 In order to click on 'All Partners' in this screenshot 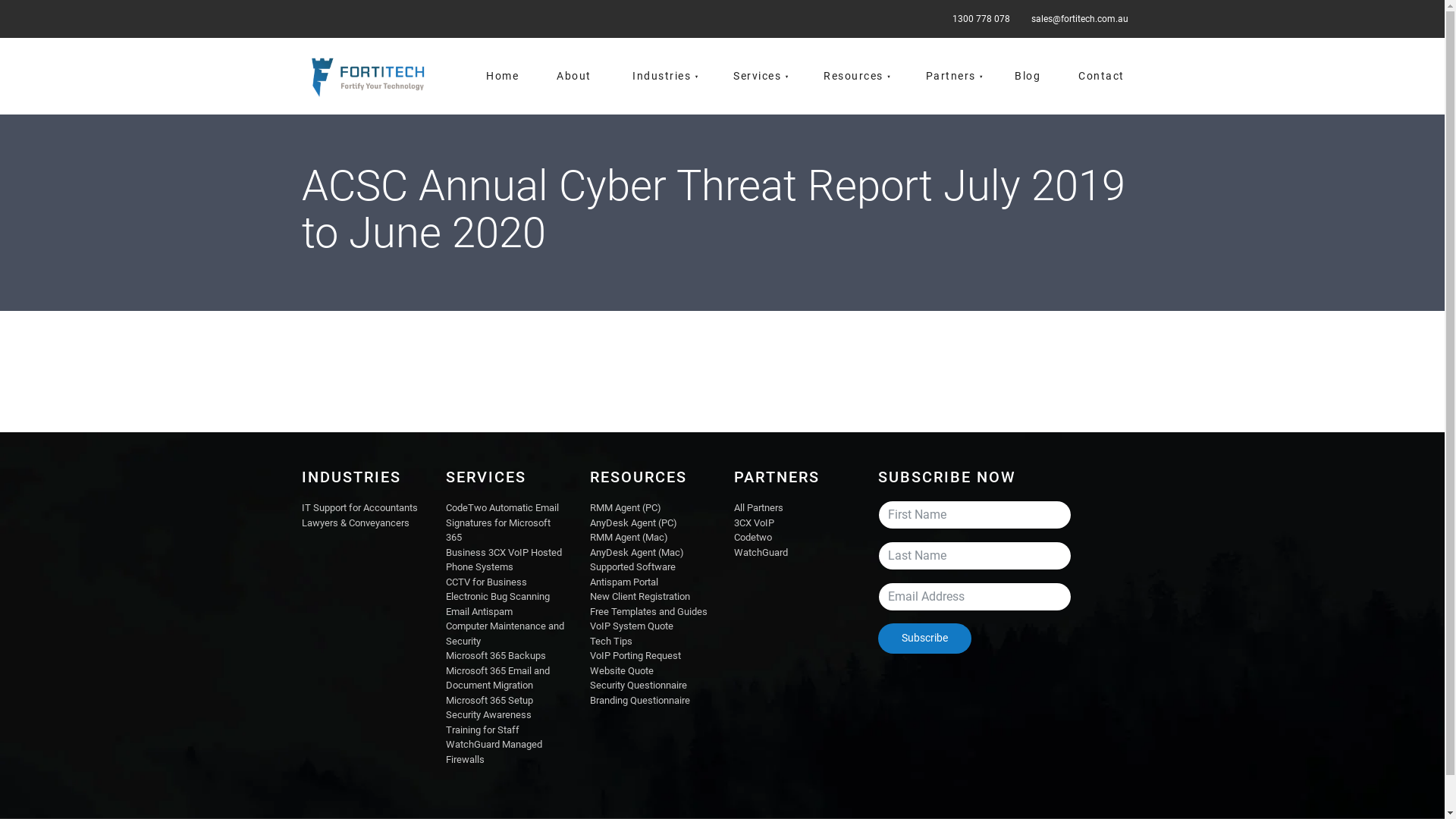, I will do `click(758, 507)`.